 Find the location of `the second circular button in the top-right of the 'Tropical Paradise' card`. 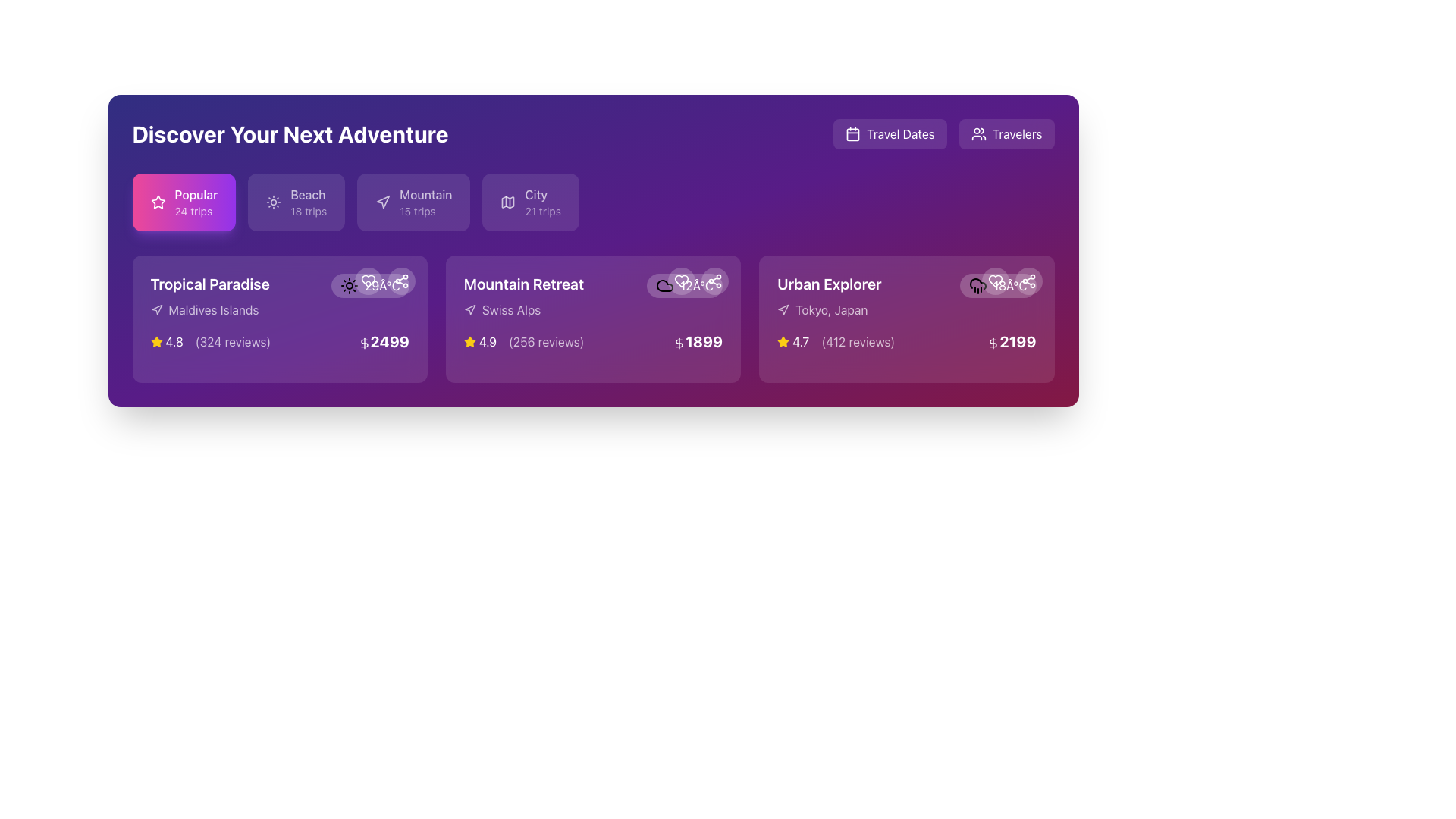

the second circular button in the top-right of the 'Tropical Paradise' card is located at coordinates (384, 281).